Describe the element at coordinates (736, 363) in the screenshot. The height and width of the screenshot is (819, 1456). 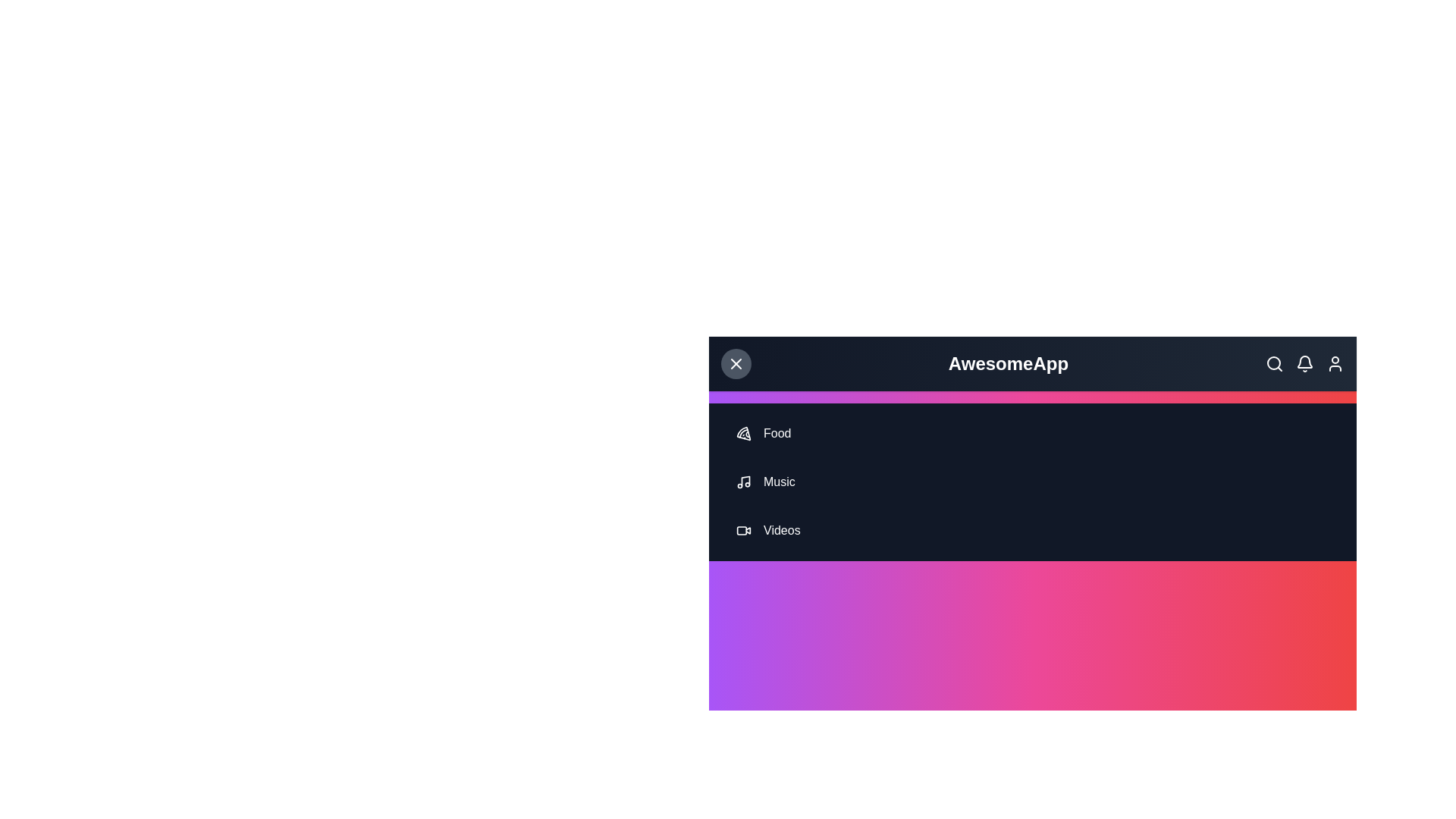
I see `the menu toggle button in the top-left corner to toggle the menu open or closed` at that location.